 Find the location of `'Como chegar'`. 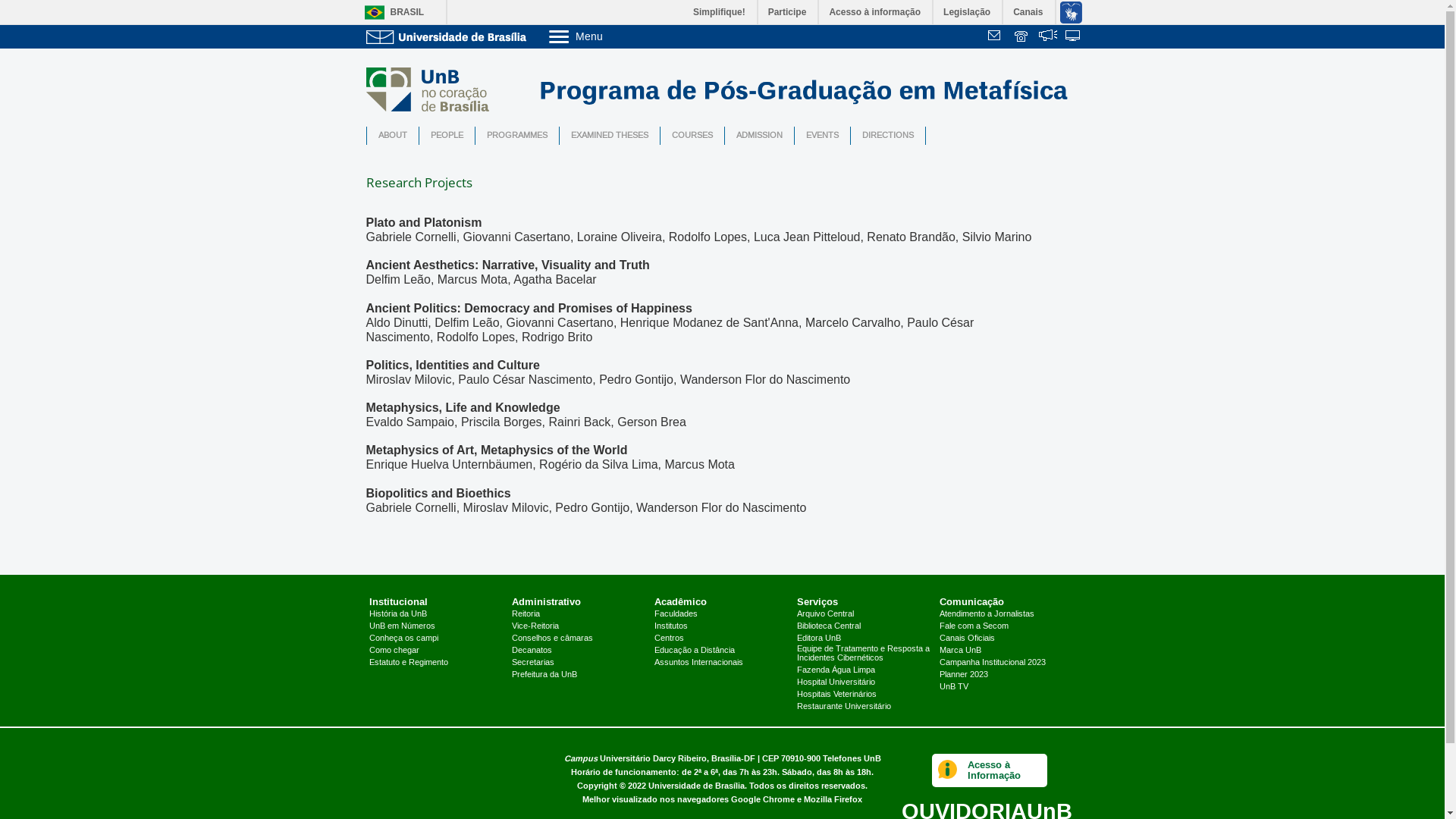

'Como chegar' is located at coordinates (369, 649).